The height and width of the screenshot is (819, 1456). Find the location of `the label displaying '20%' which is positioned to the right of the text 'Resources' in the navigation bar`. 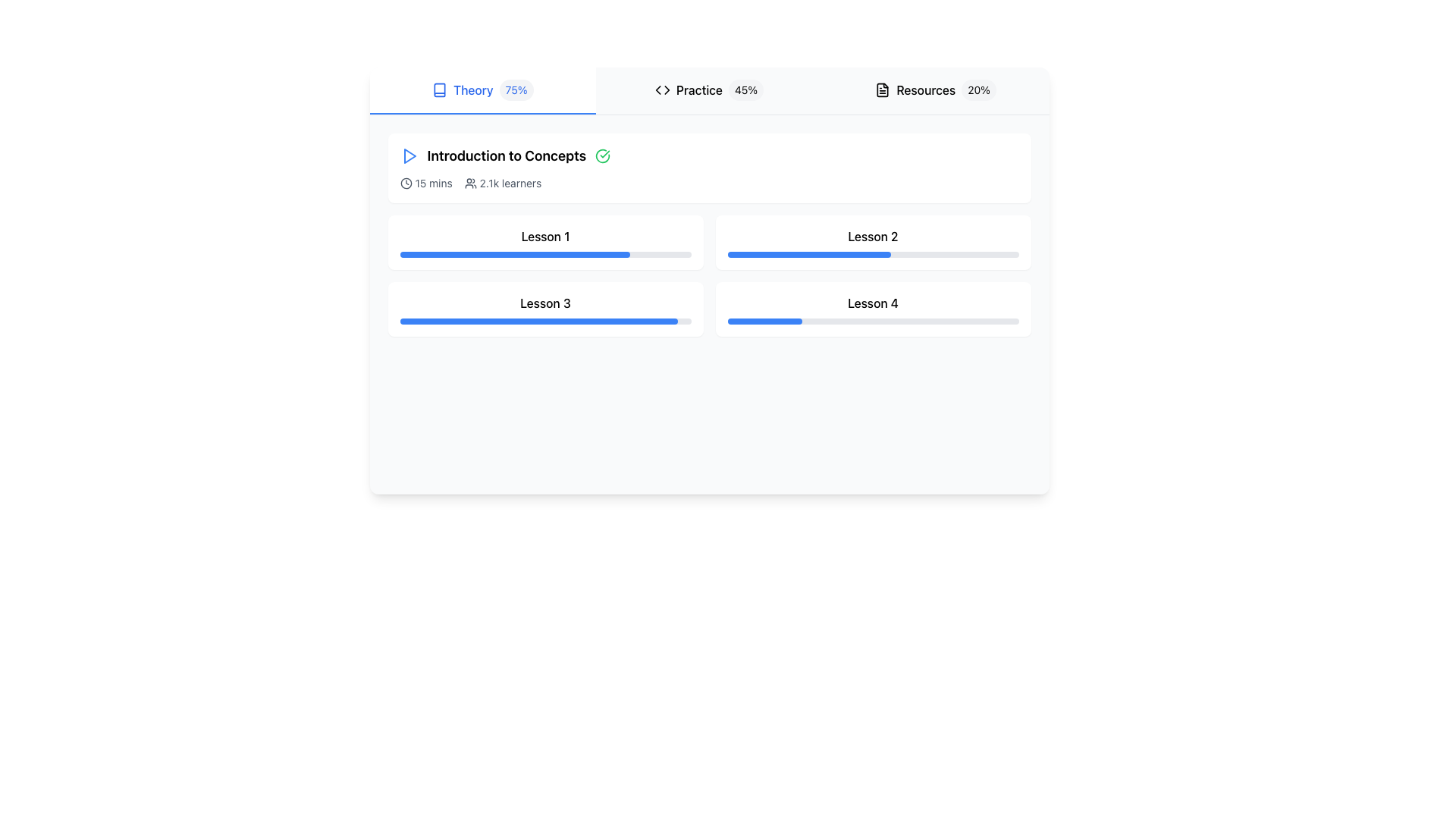

the label displaying '20%' which is positioned to the right of the text 'Resources' in the navigation bar is located at coordinates (979, 90).